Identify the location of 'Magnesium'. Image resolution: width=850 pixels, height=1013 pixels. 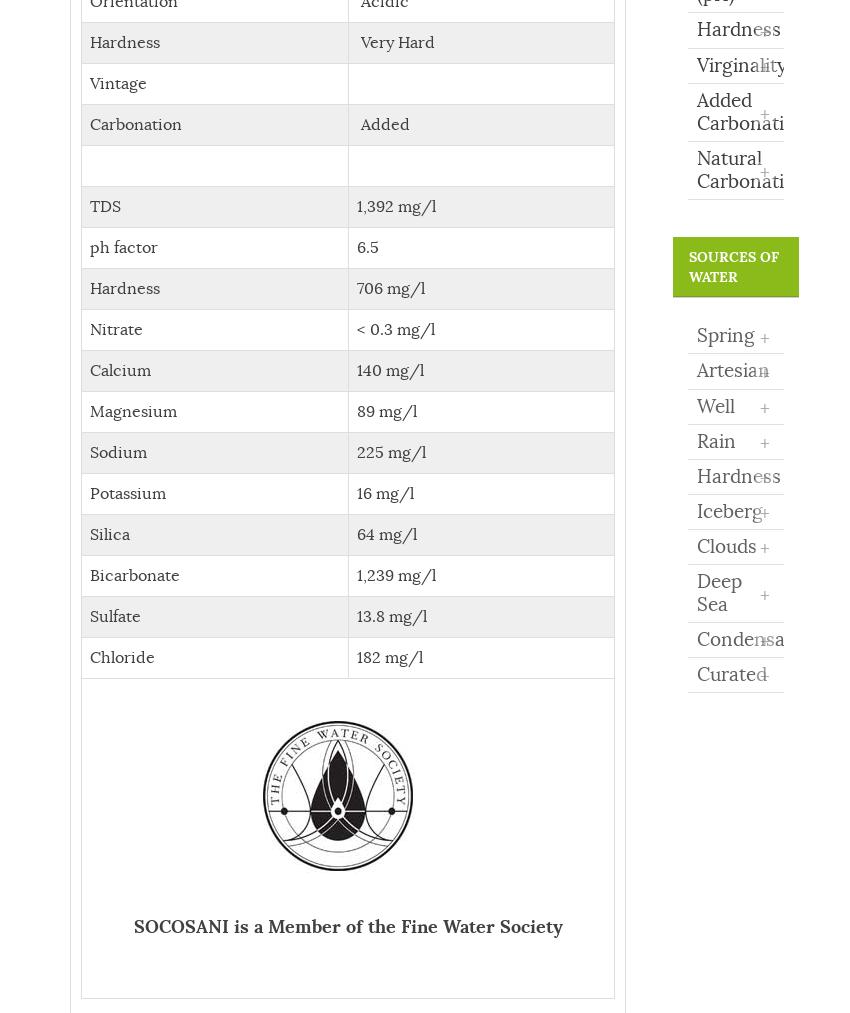
(89, 409).